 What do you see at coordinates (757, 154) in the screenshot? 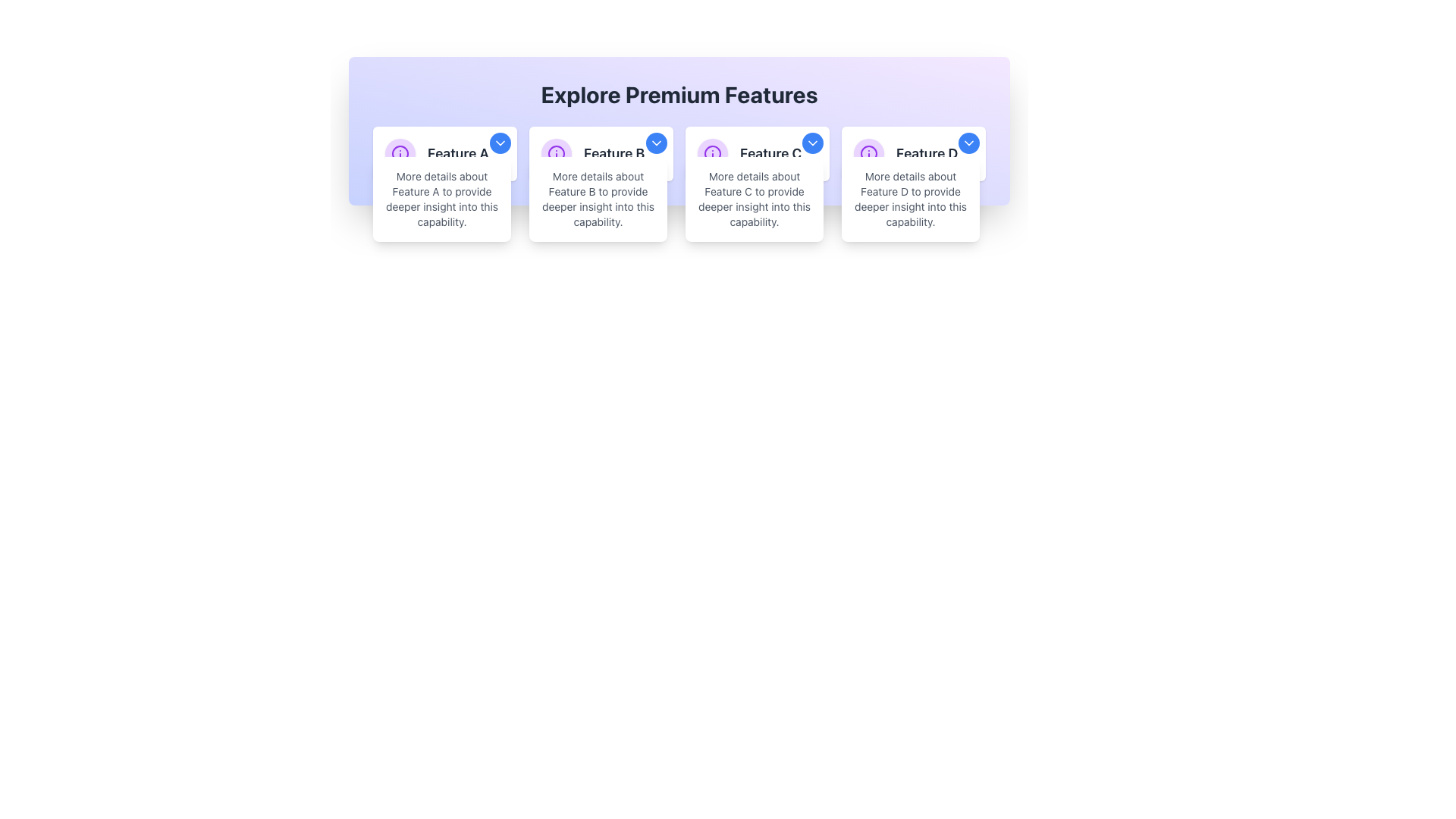
I see `the text label indicating 'Feature C'` at bounding box center [757, 154].